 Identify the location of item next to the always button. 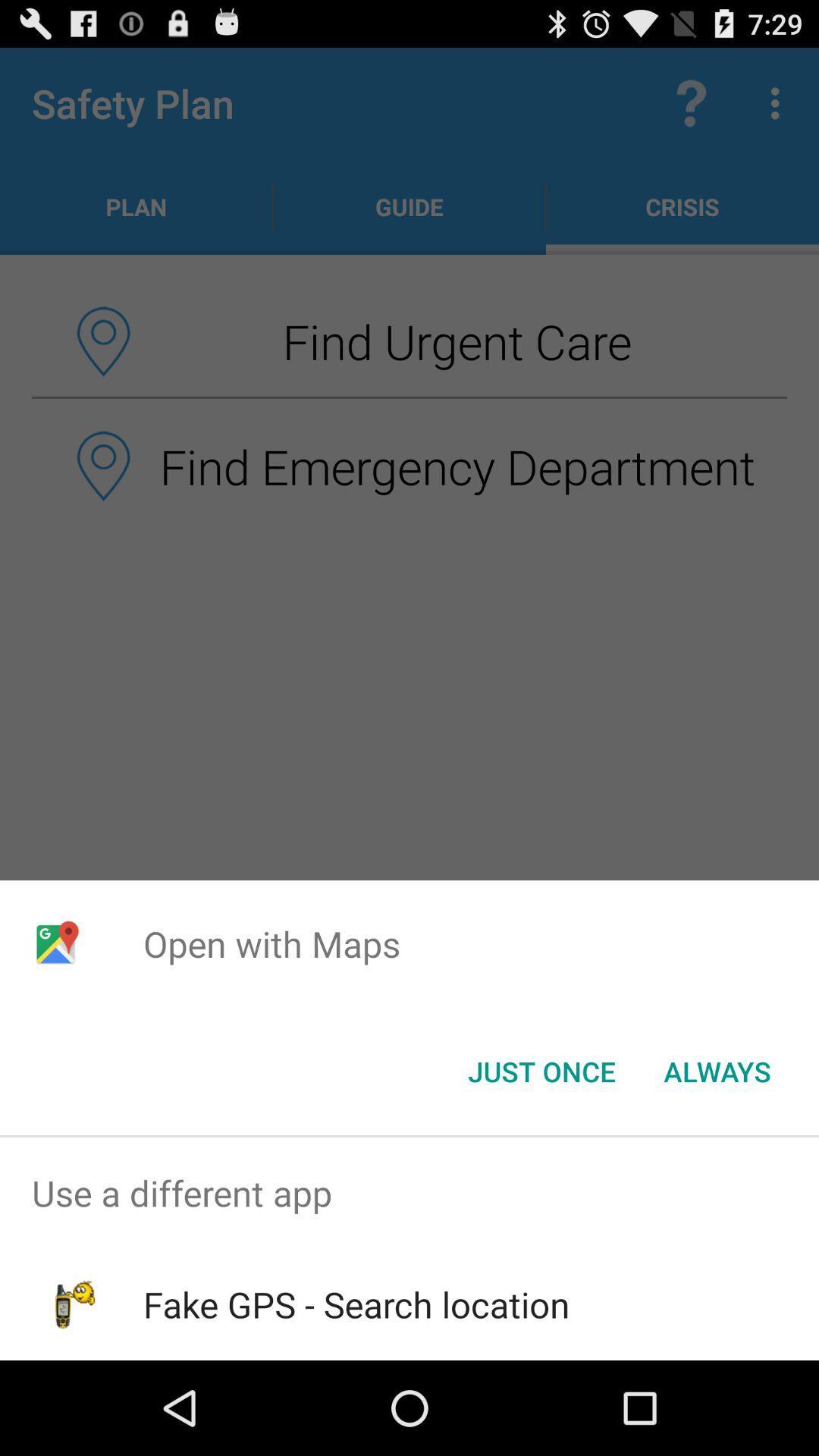
(541, 1070).